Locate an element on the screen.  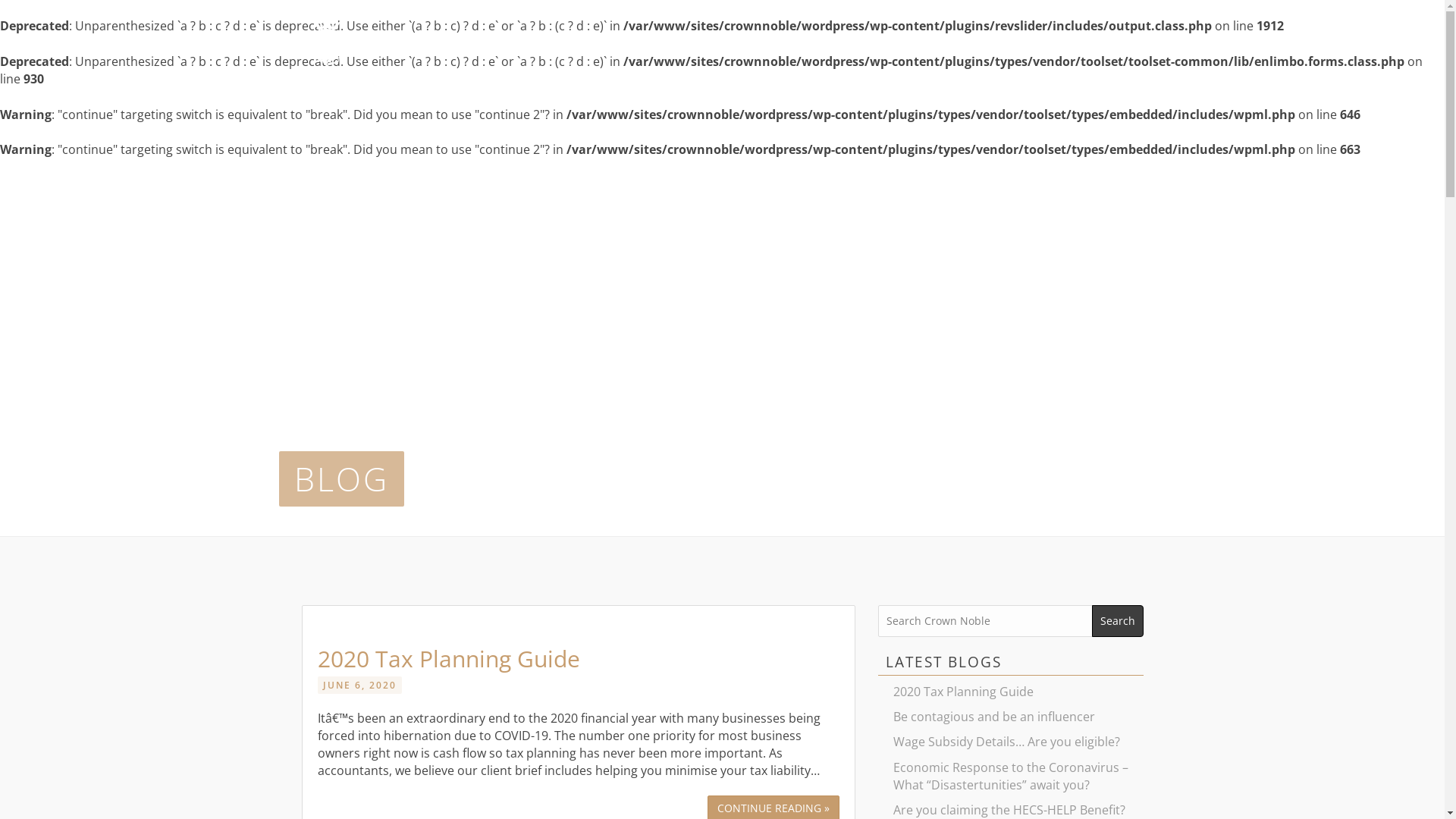
'2020 Tax Planning Guide' is located at coordinates (1011, 692).